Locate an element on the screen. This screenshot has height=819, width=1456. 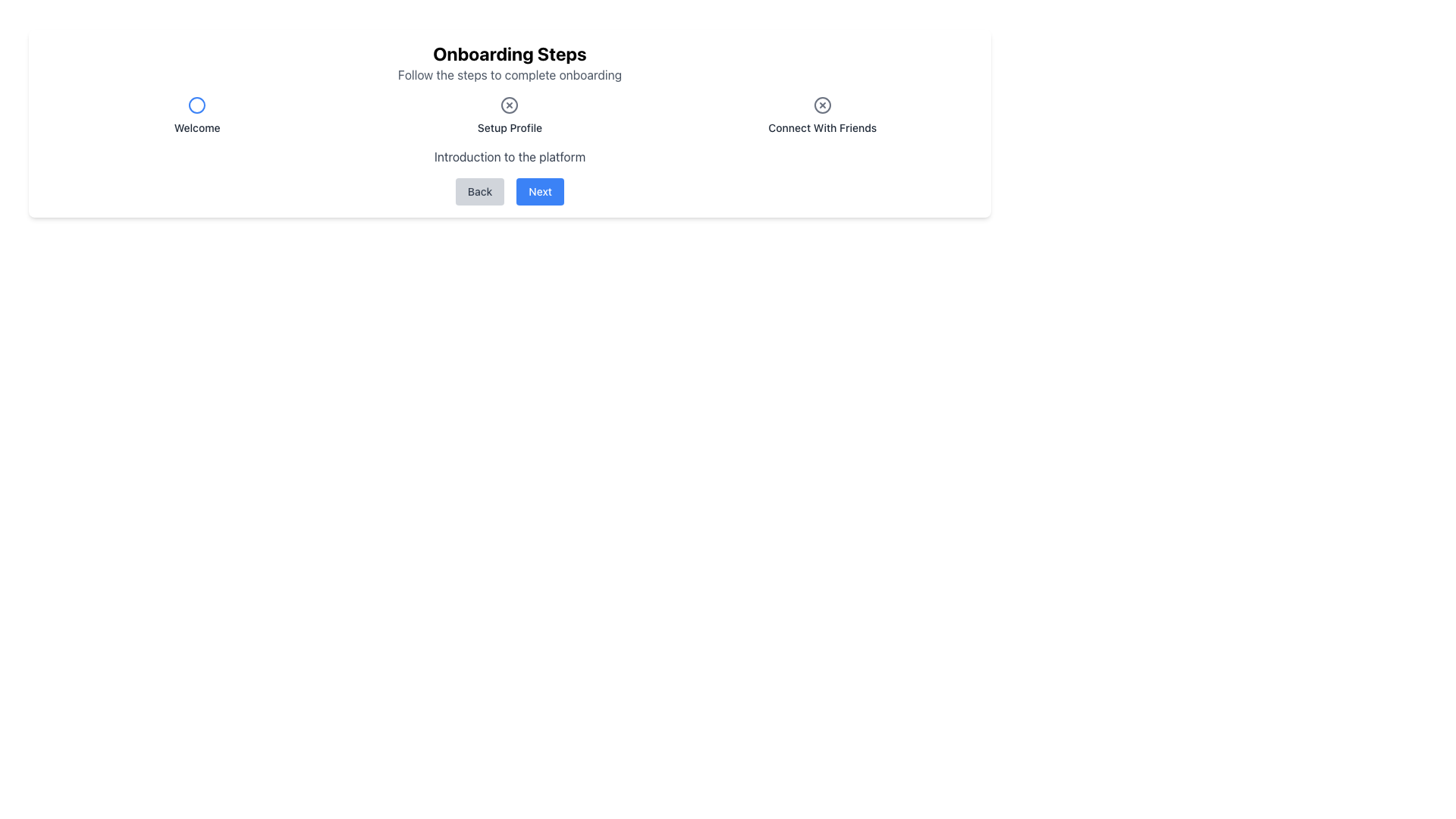
the centermost circle of the 'Setup Profile' icon is located at coordinates (510, 104).